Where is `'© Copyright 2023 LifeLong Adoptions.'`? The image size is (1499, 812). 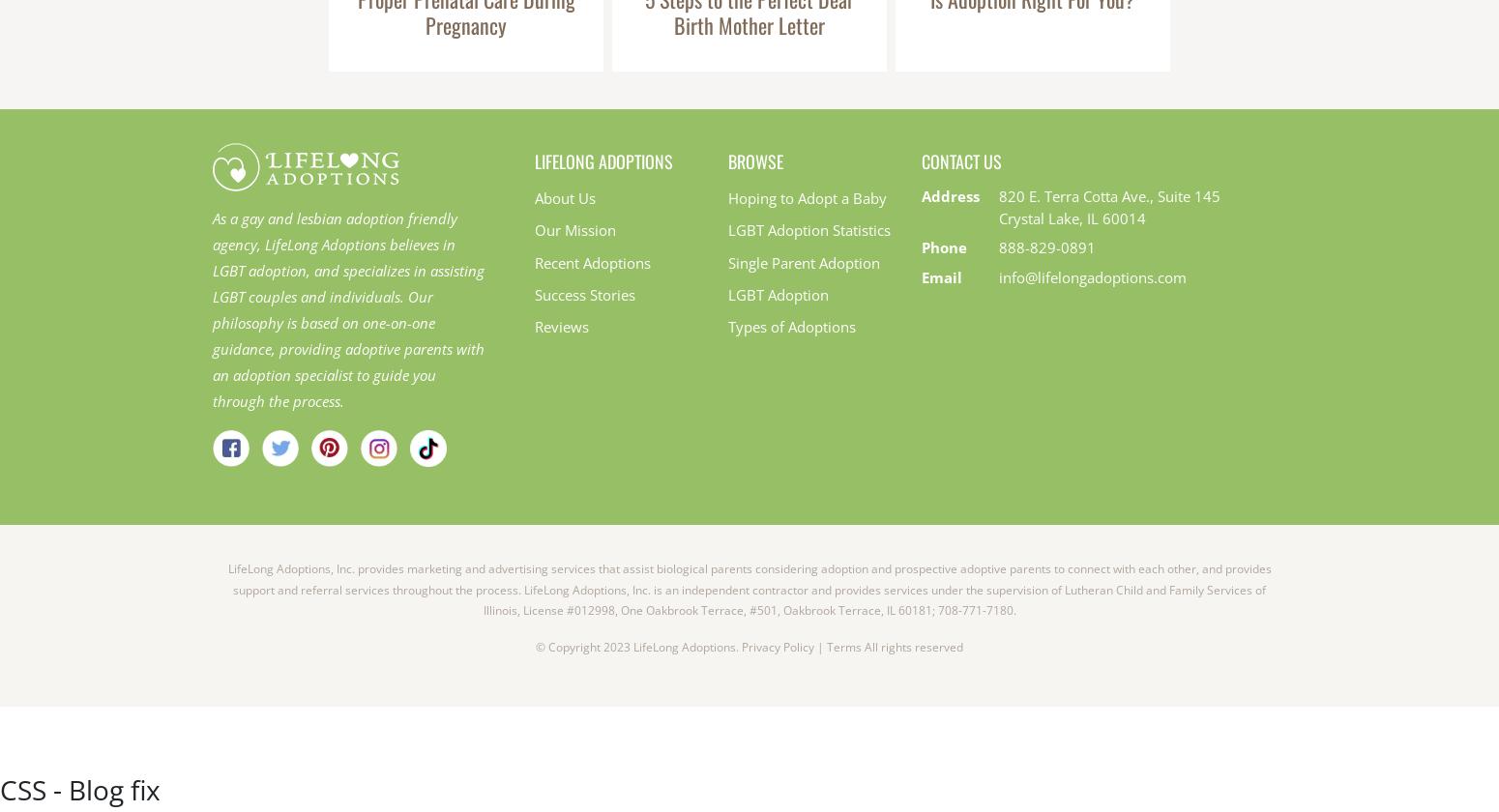
'© Copyright 2023 LifeLong Adoptions.' is located at coordinates (535, 646).